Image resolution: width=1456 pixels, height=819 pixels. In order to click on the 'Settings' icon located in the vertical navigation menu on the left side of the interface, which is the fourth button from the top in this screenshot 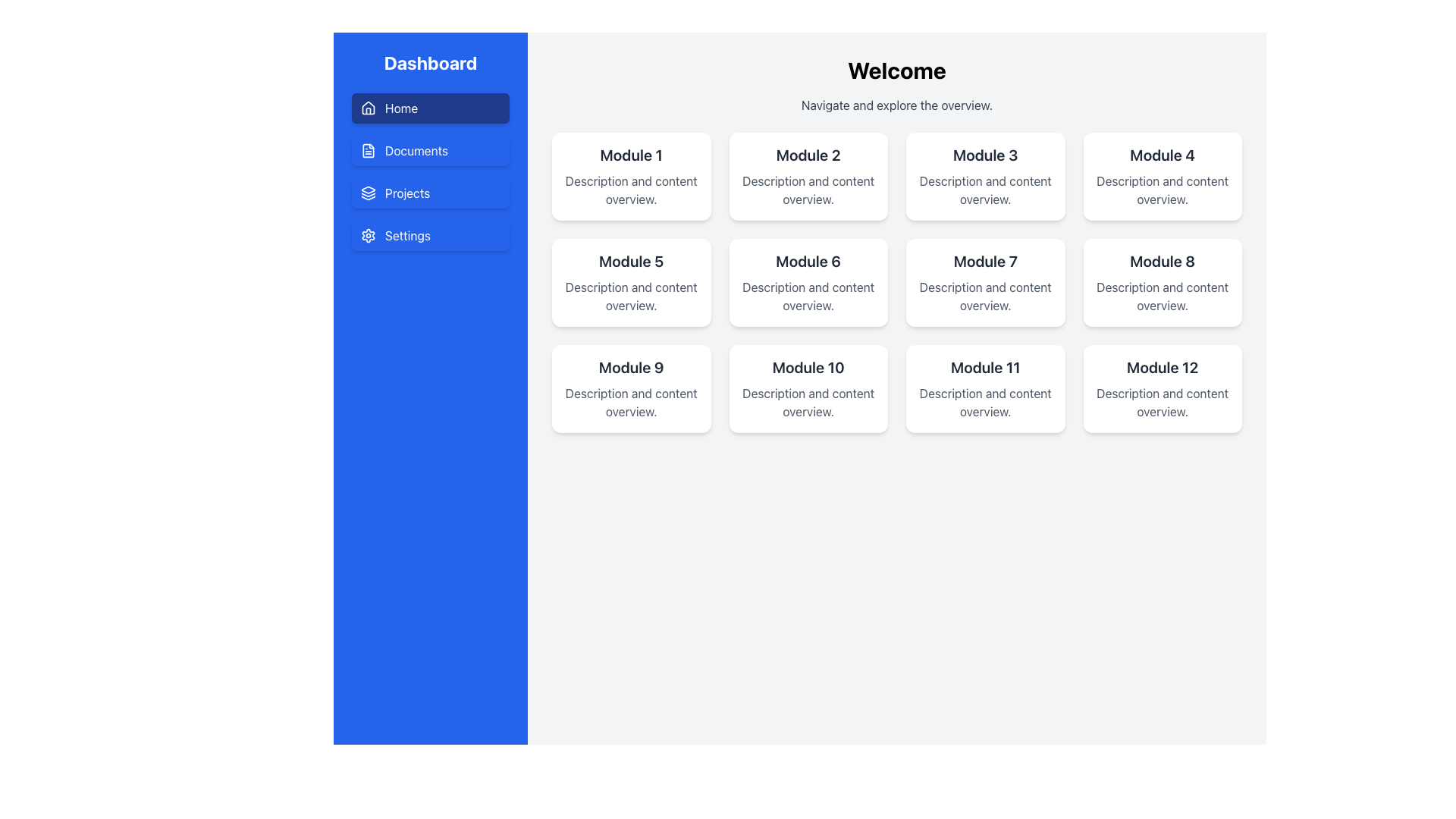, I will do `click(368, 236)`.